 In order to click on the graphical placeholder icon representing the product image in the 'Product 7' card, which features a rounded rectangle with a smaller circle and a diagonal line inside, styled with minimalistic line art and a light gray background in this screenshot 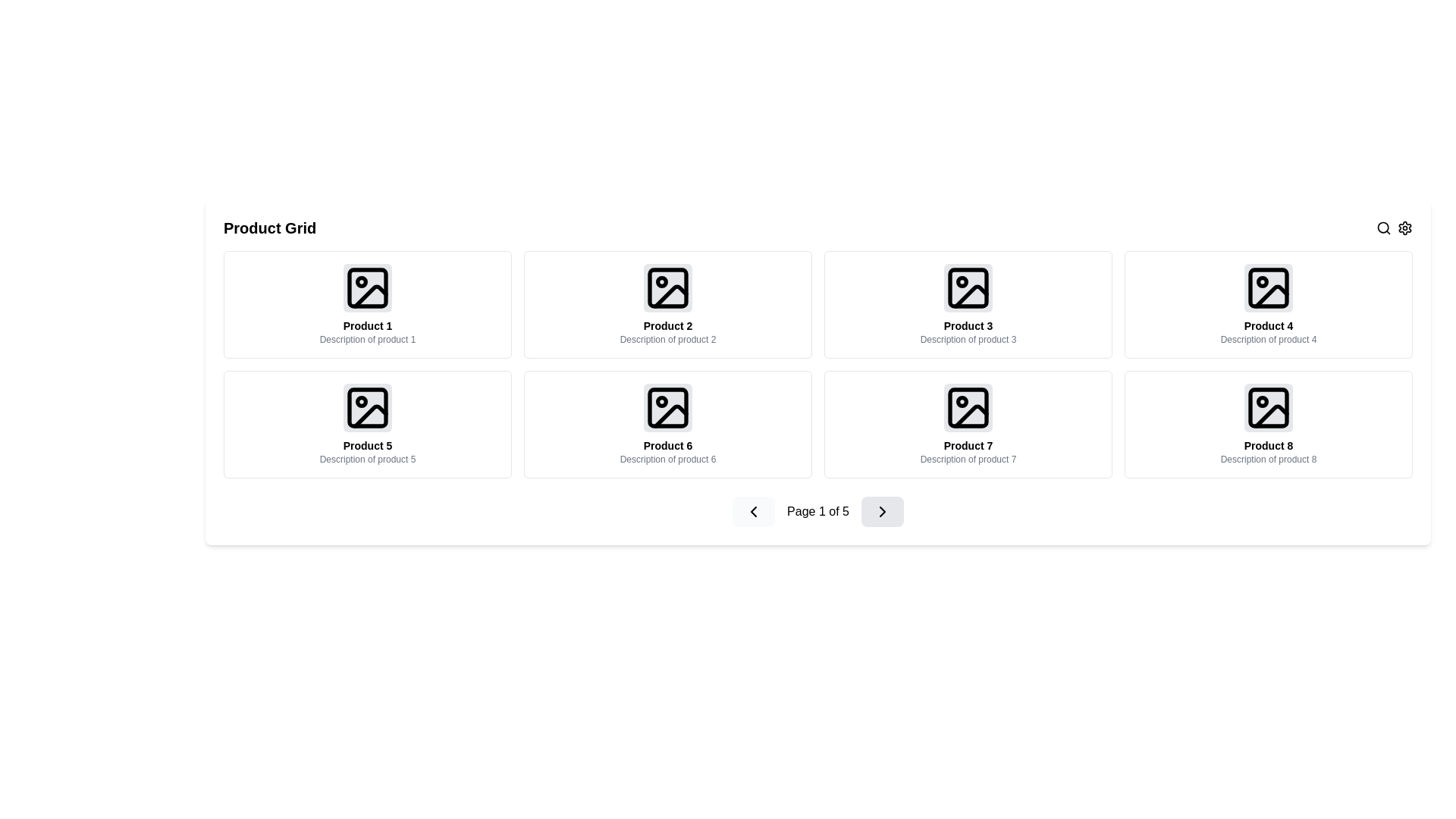, I will do `click(967, 406)`.